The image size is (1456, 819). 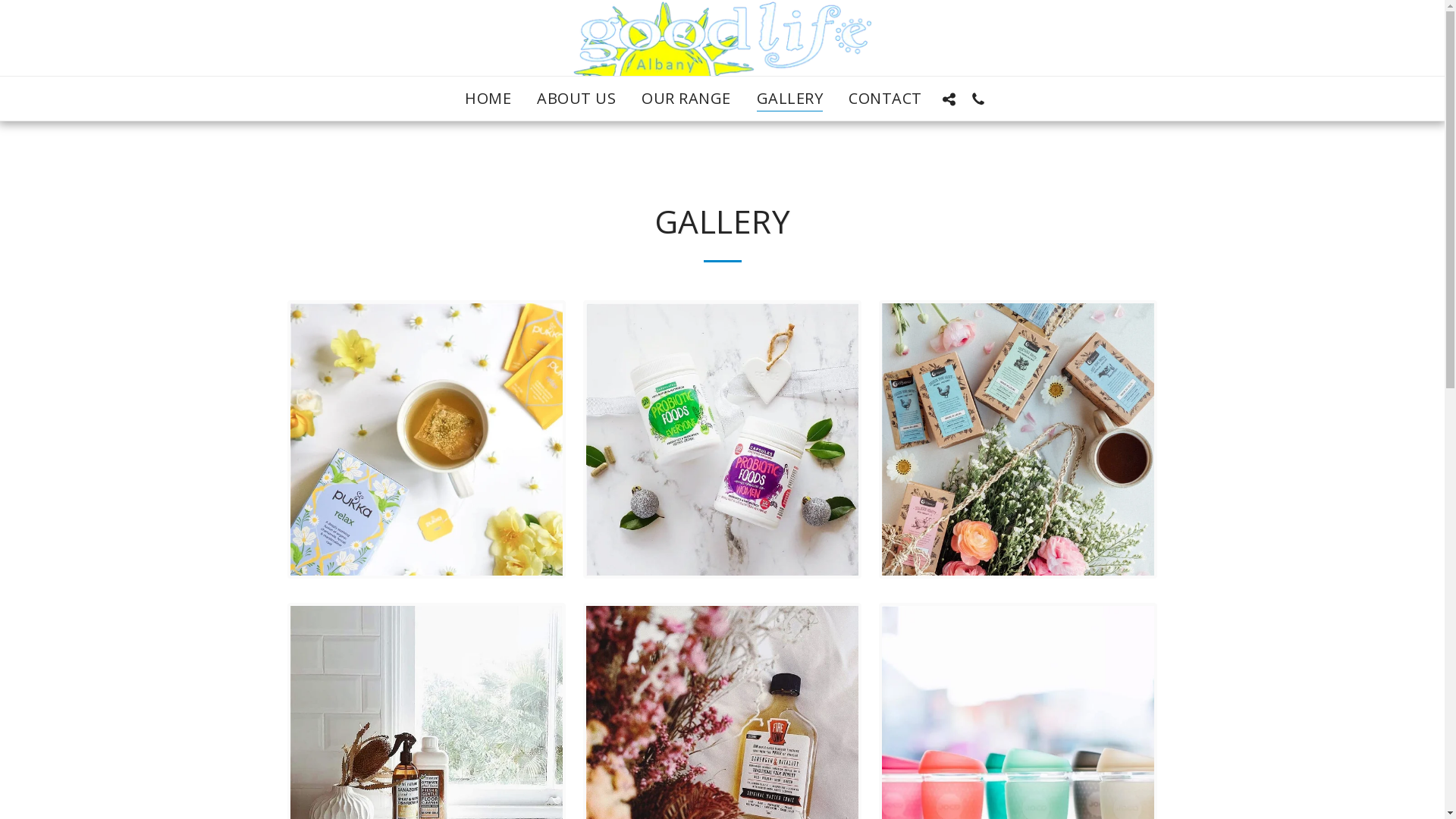 I want to click on 'OUR RANGE', so click(x=686, y=99).